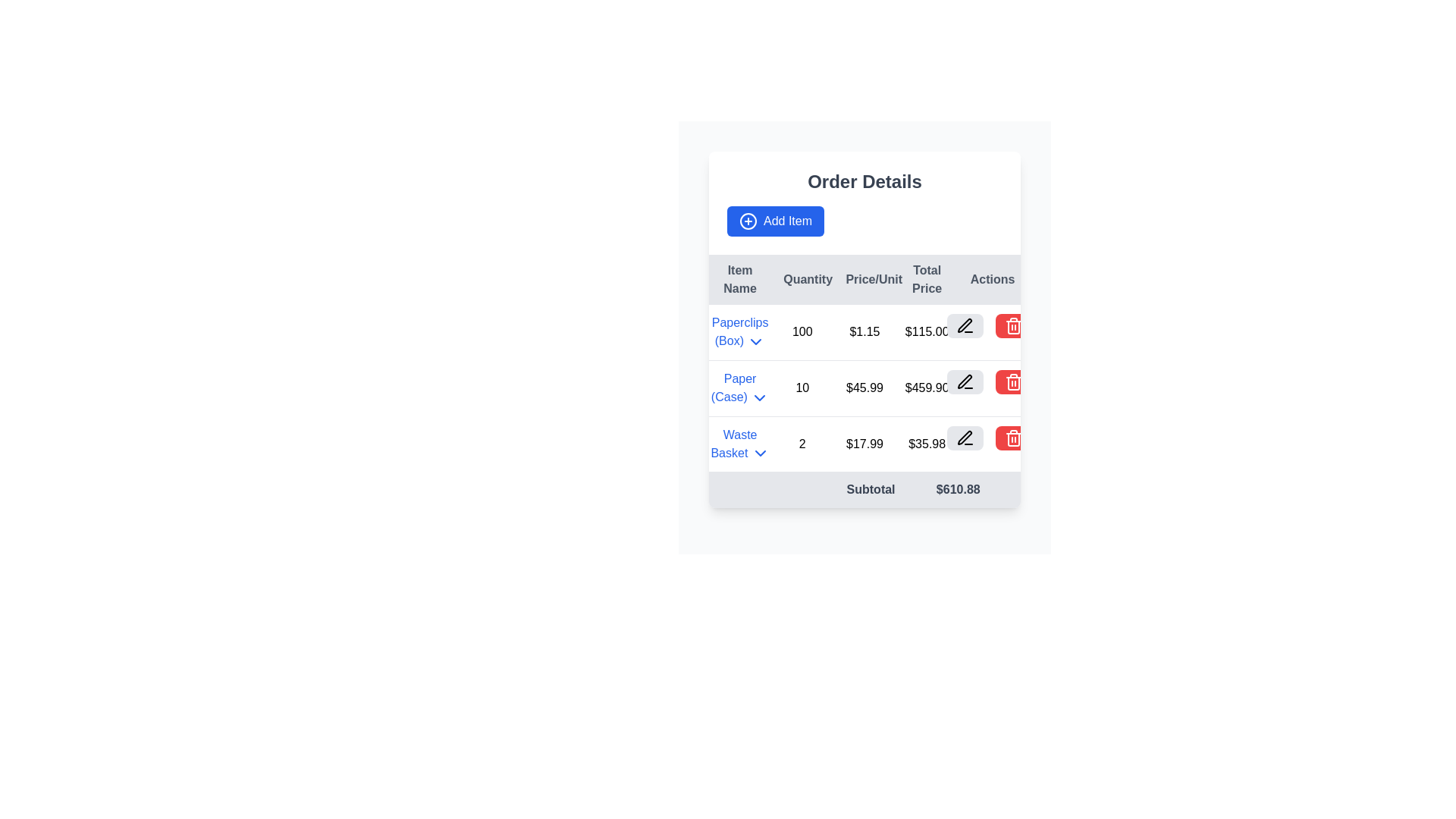 The width and height of the screenshot is (1456, 819). What do you see at coordinates (864, 381) in the screenshot?
I see `the central area of the product table located in the 'Order Details' section` at bounding box center [864, 381].